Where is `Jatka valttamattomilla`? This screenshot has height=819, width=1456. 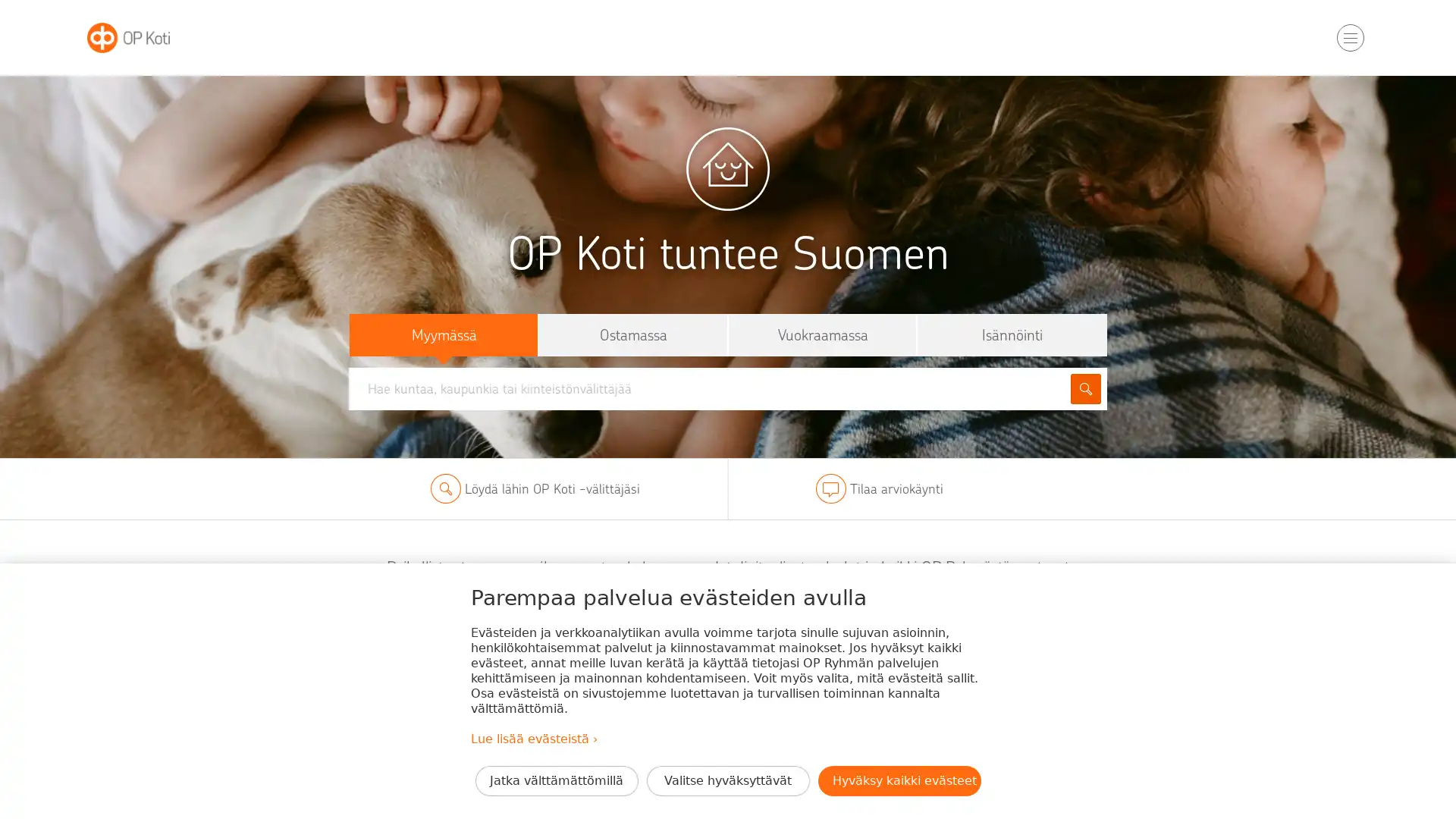
Jatka valttamattomilla is located at coordinates (555, 780).